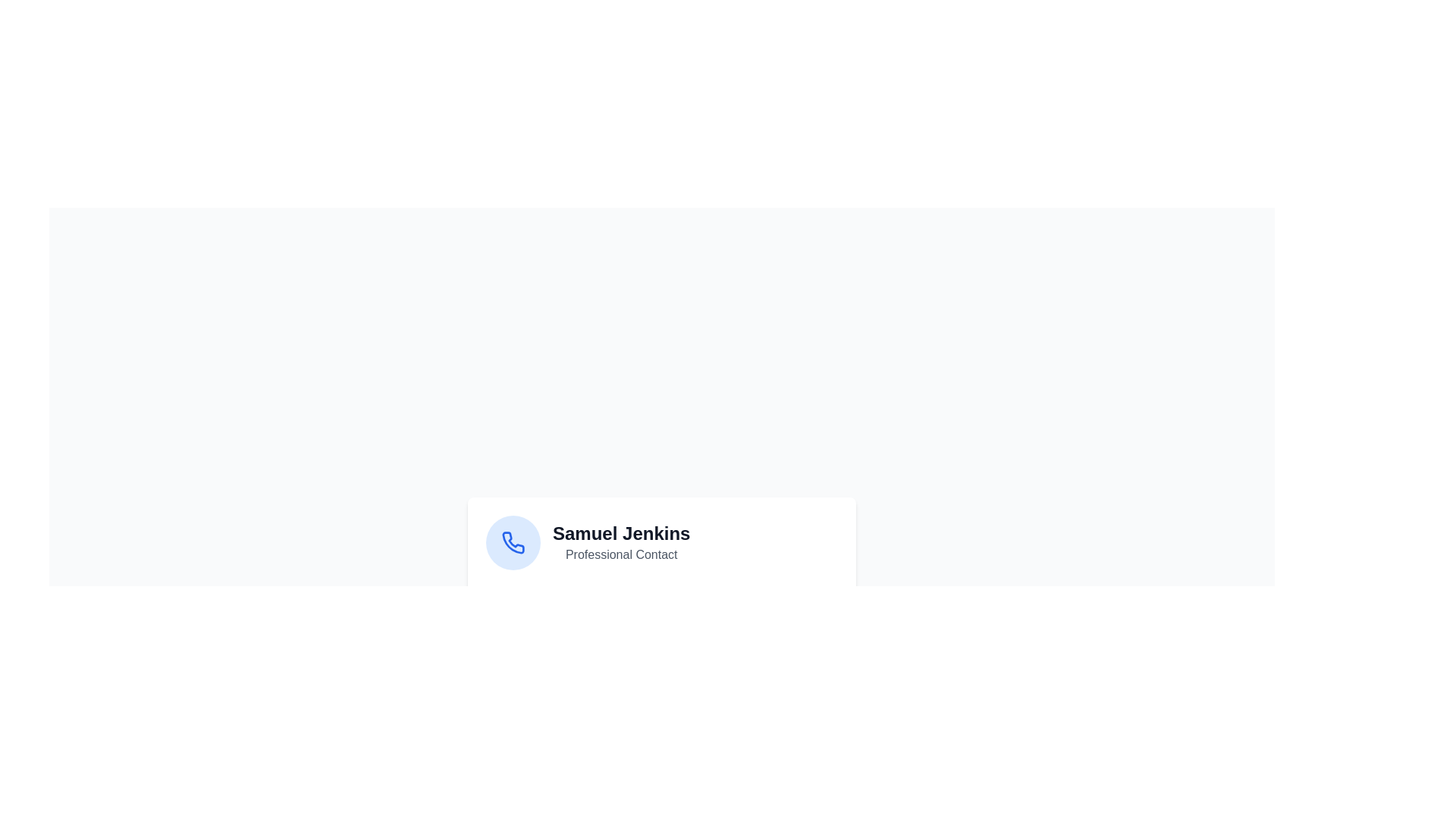 This screenshot has height=819, width=1456. Describe the element at coordinates (513, 542) in the screenshot. I see `the circular call-related icon located to the left of the text 'Samuel Jenkins' and 'Professional Contact'` at that location.